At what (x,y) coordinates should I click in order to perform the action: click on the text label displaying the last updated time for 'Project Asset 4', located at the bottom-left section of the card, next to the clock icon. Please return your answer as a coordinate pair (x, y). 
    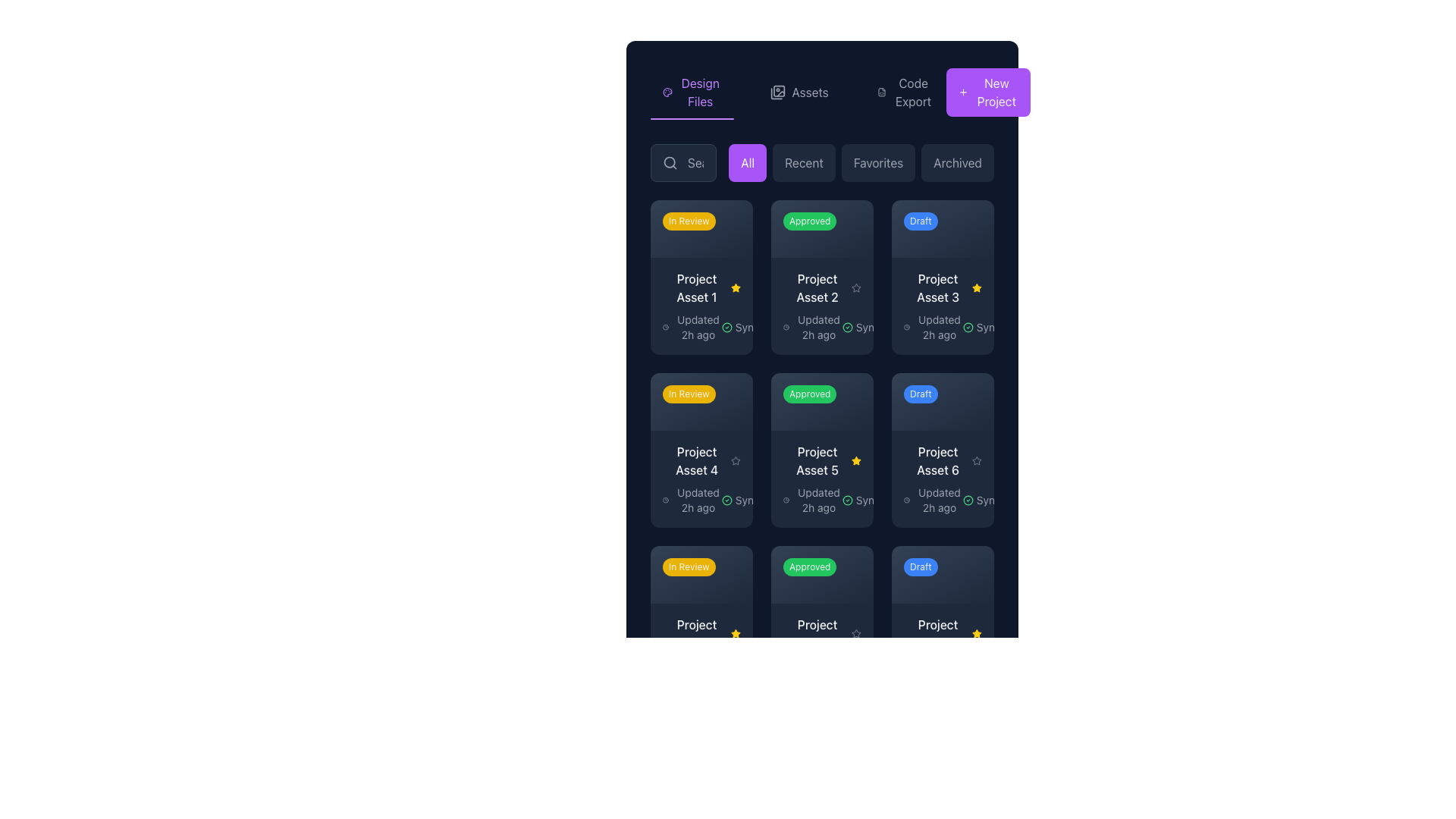
    Looking at the image, I should click on (698, 500).